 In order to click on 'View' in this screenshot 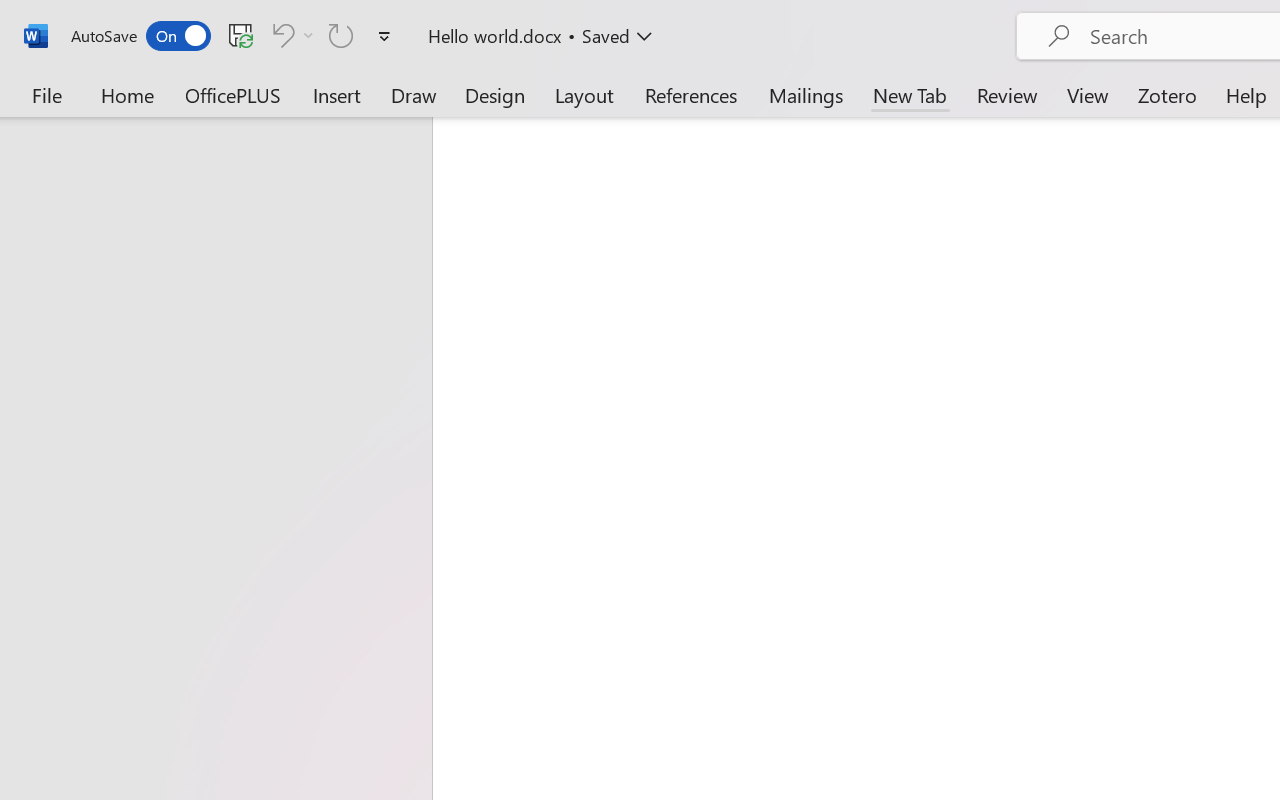, I will do `click(1087, 94)`.